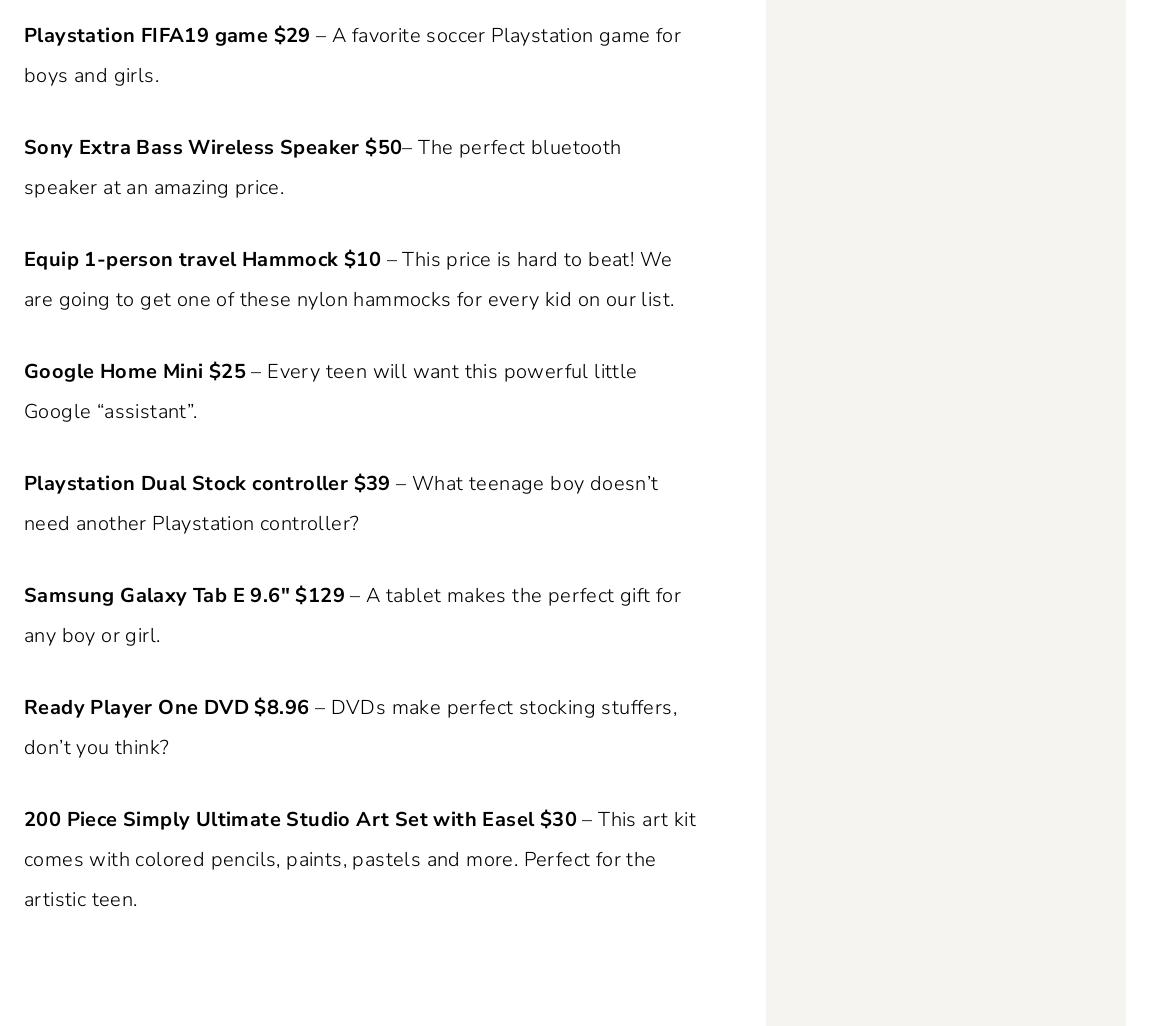  What do you see at coordinates (300, 818) in the screenshot?
I see `'200 Piece Simply Ultimate Studio Art Set with Easel $30'` at bounding box center [300, 818].